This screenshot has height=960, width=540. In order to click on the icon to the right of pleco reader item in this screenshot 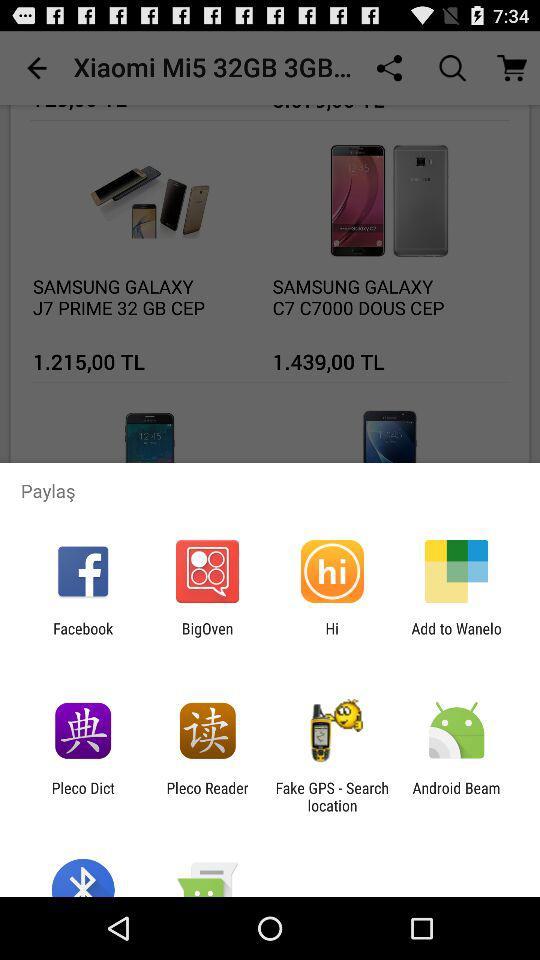, I will do `click(332, 796)`.